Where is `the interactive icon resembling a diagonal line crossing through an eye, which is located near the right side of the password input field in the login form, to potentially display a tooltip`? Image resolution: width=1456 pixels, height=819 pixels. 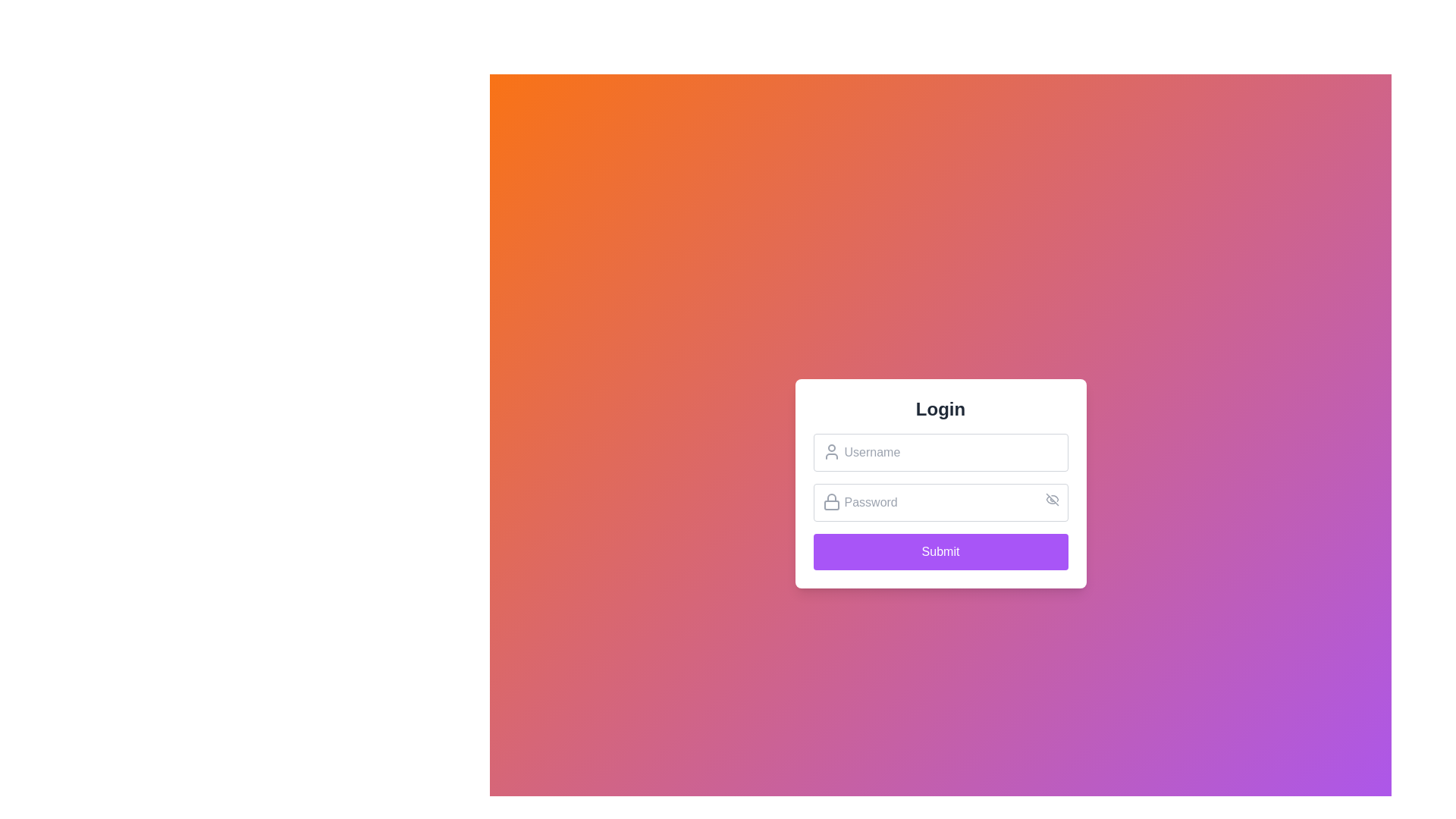
the interactive icon resembling a diagonal line crossing through an eye, which is located near the right side of the password input field in the login form, to potentially display a tooltip is located at coordinates (1051, 500).